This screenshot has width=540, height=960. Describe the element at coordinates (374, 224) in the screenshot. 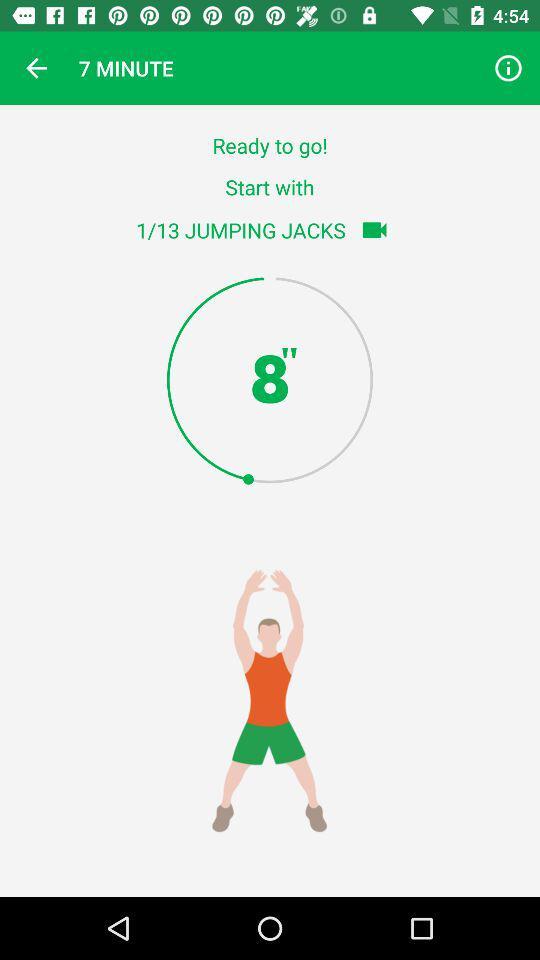

I see `the videocam icon` at that location.